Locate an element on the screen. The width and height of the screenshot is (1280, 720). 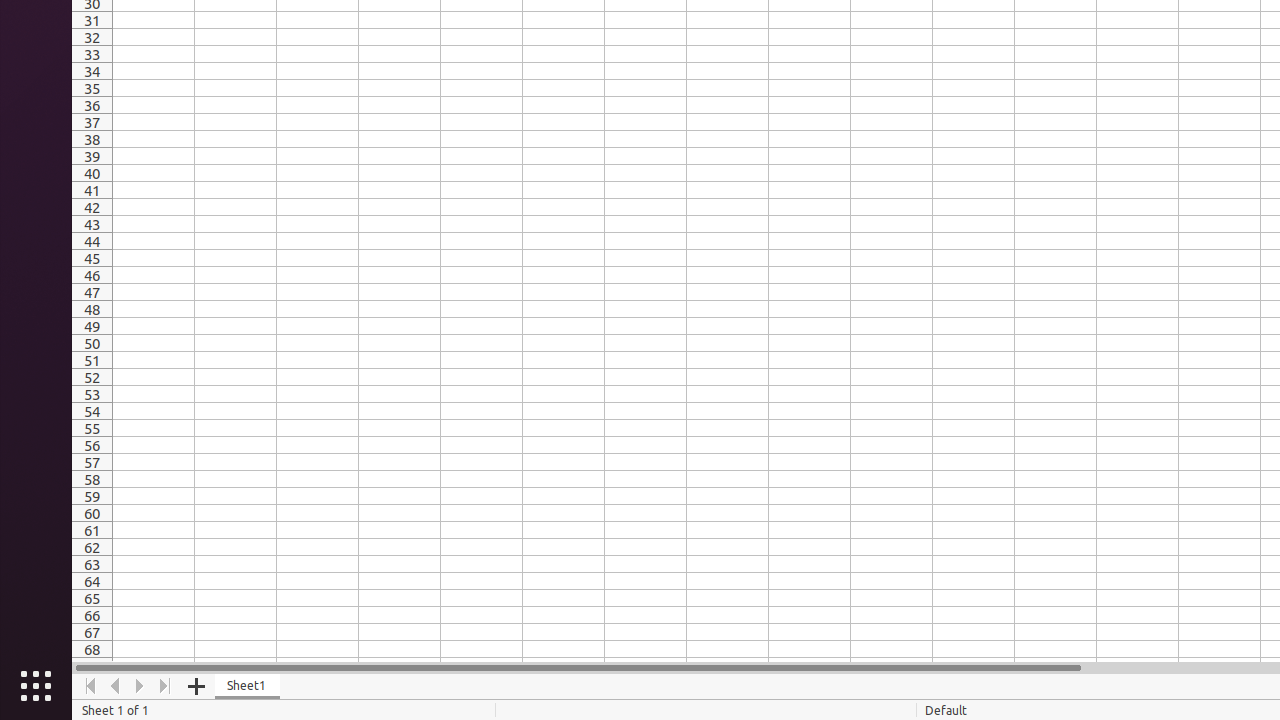
'Move To Home' is located at coordinates (89, 685).